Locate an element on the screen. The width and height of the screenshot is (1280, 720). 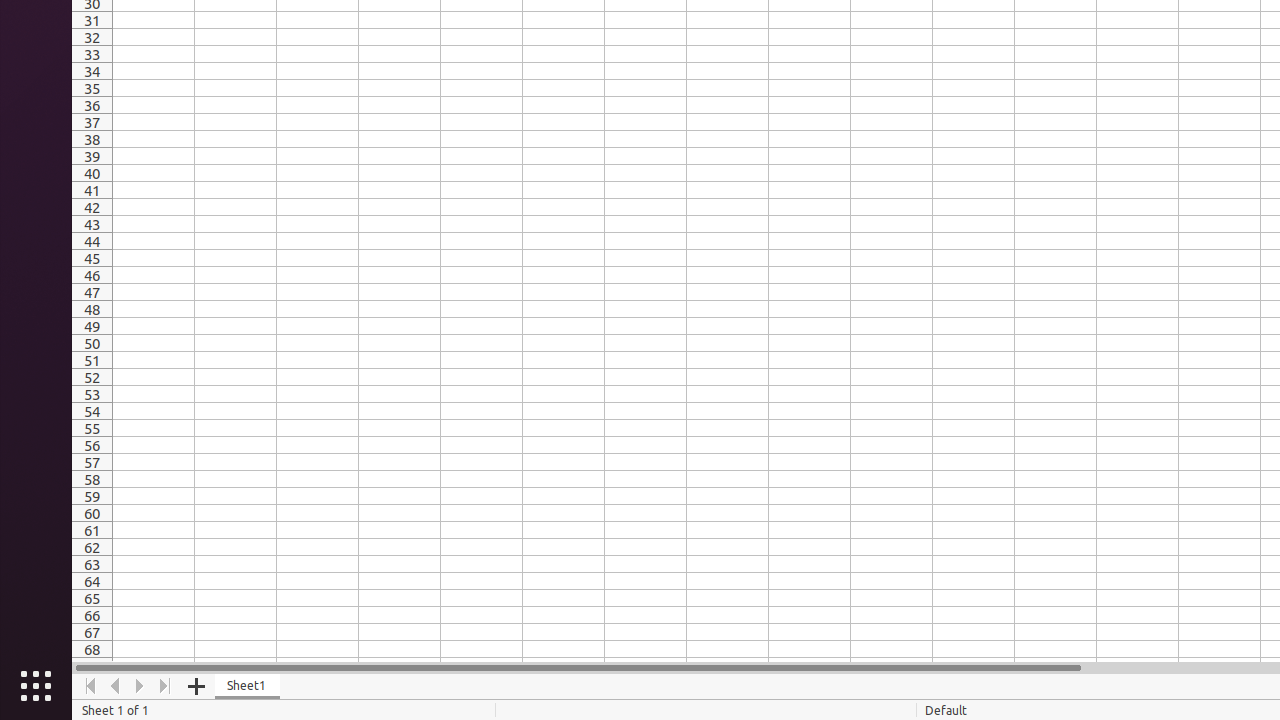
'Move To Home' is located at coordinates (89, 685).